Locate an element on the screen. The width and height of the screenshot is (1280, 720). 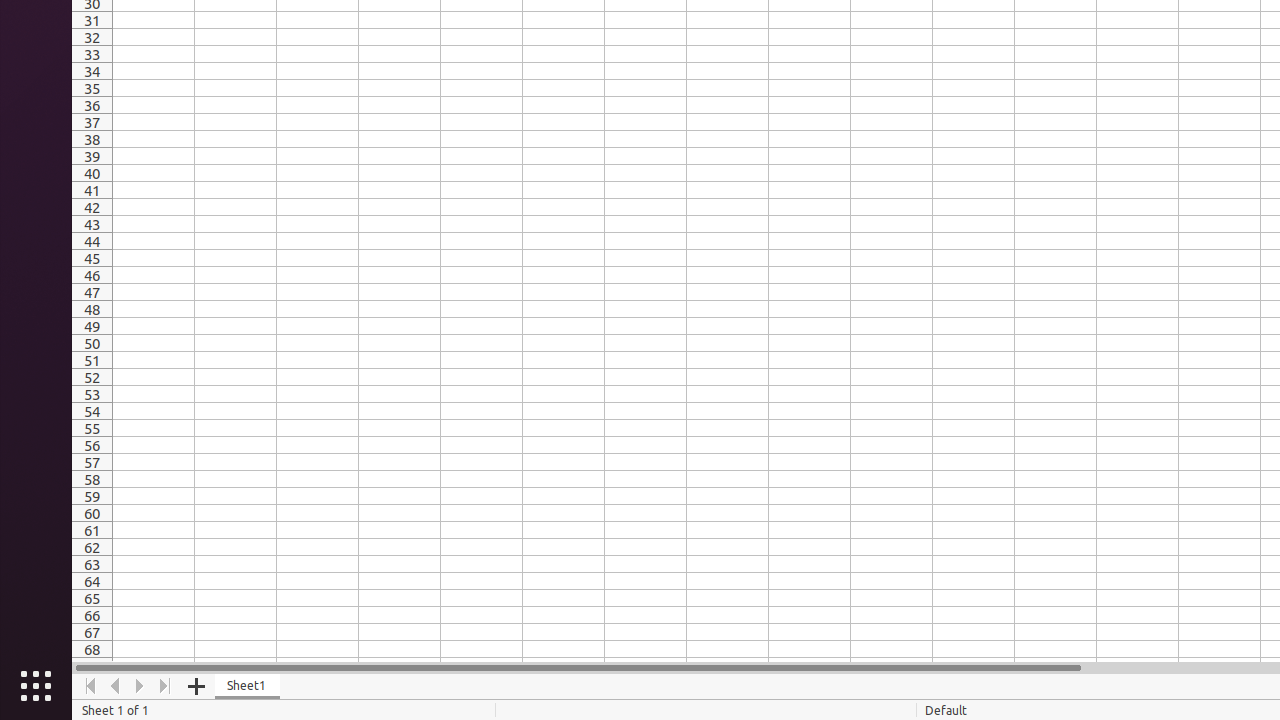
'Move To Home' is located at coordinates (89, 685).